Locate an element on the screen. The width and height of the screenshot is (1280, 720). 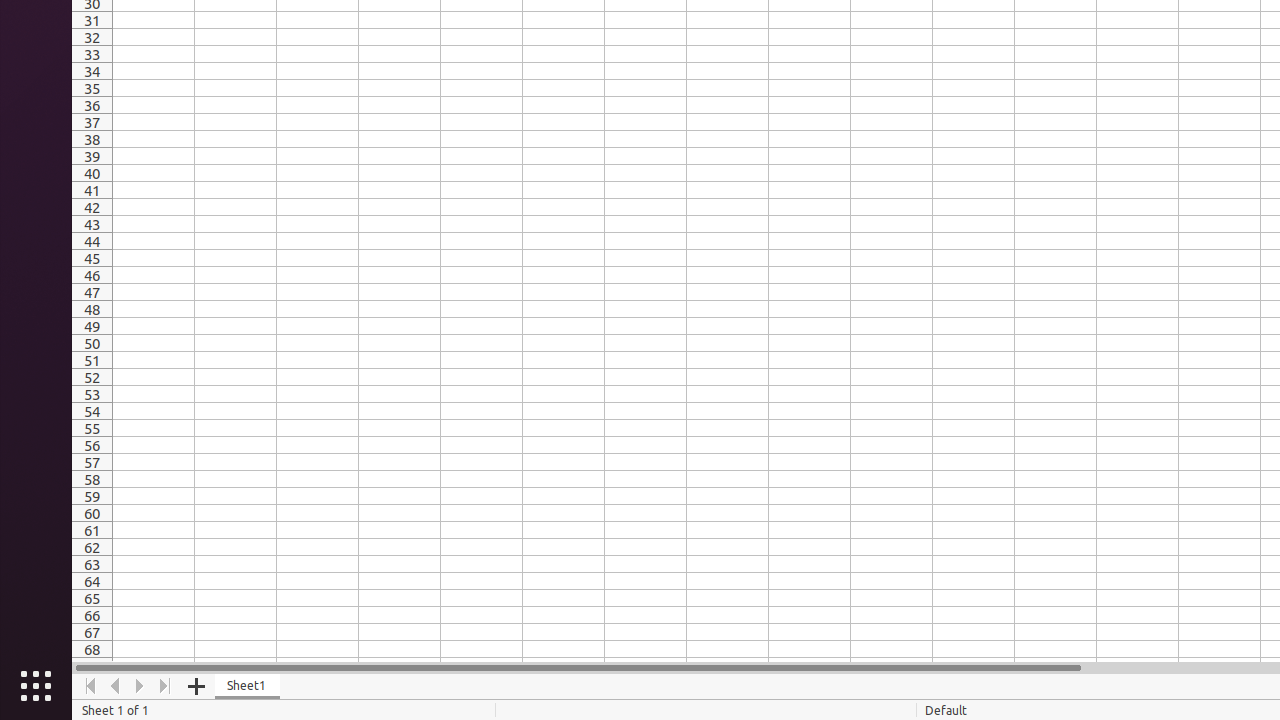
'Move To Home' is located at coordinates (89, 685).